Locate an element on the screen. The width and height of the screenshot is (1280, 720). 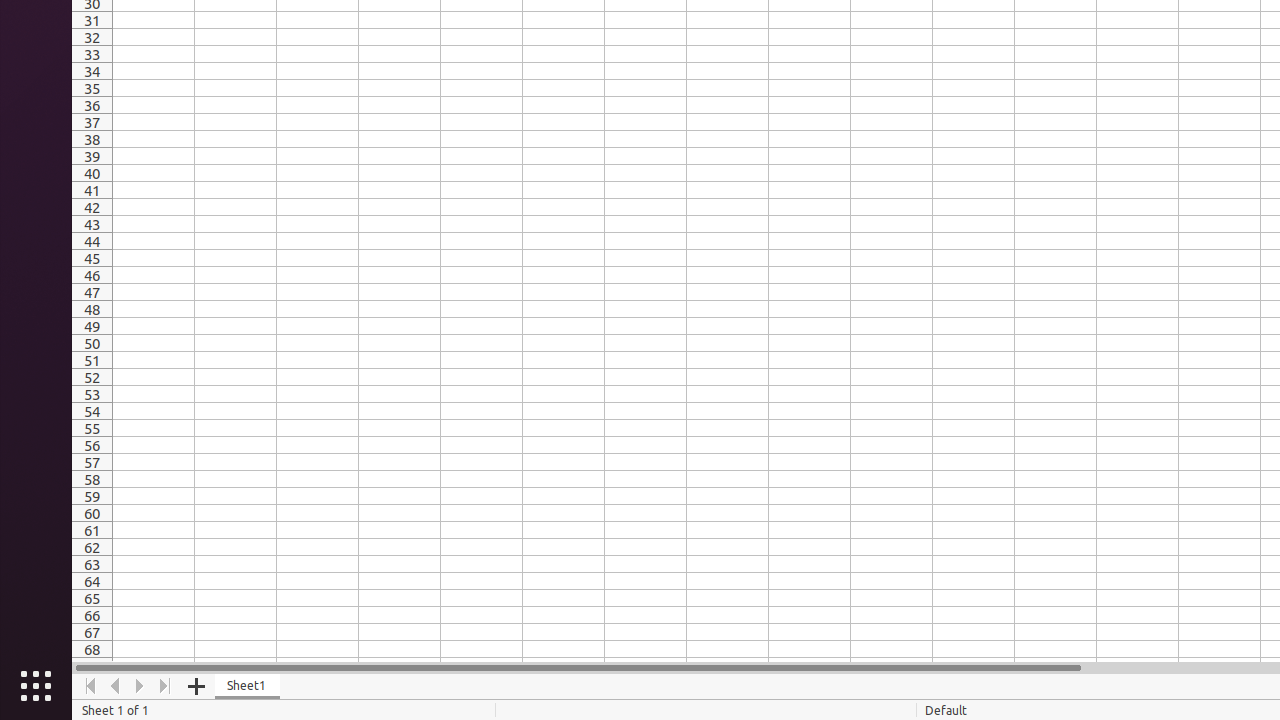
'Move To Home' is located at coordinates (89, 685).